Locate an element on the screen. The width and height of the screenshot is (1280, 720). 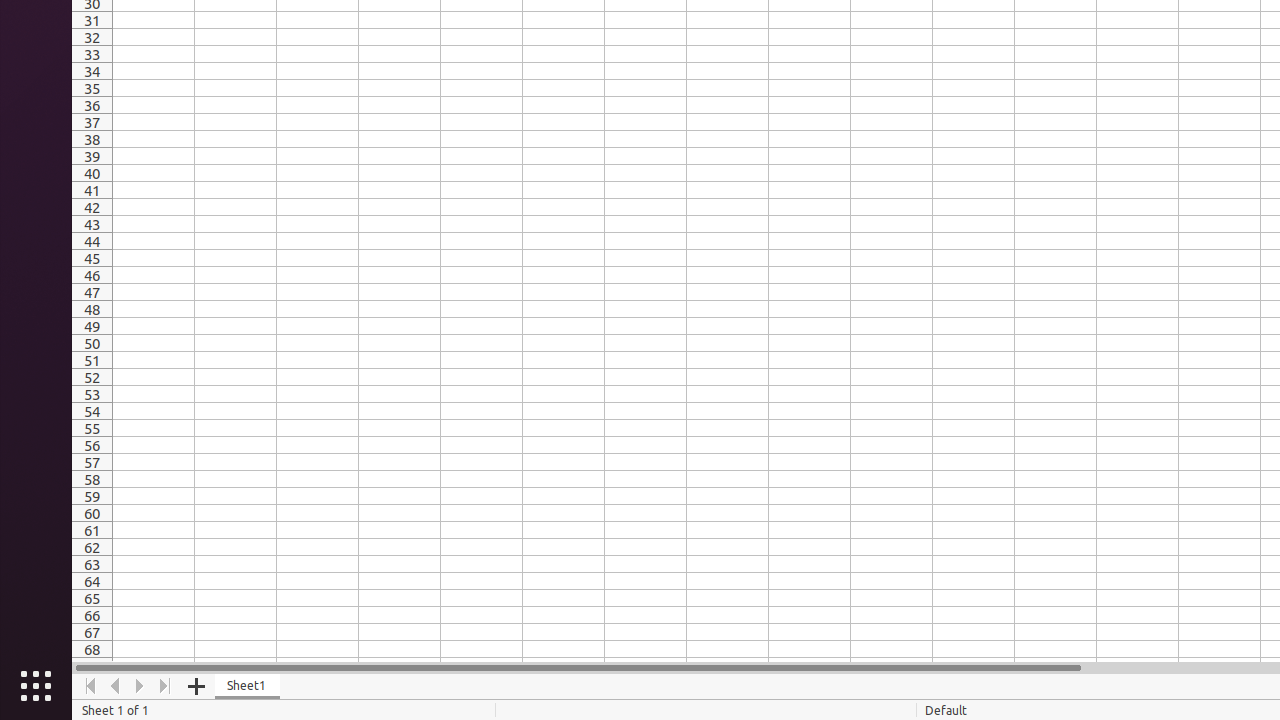
'Move To Home' is located at coordinates (89, 685).